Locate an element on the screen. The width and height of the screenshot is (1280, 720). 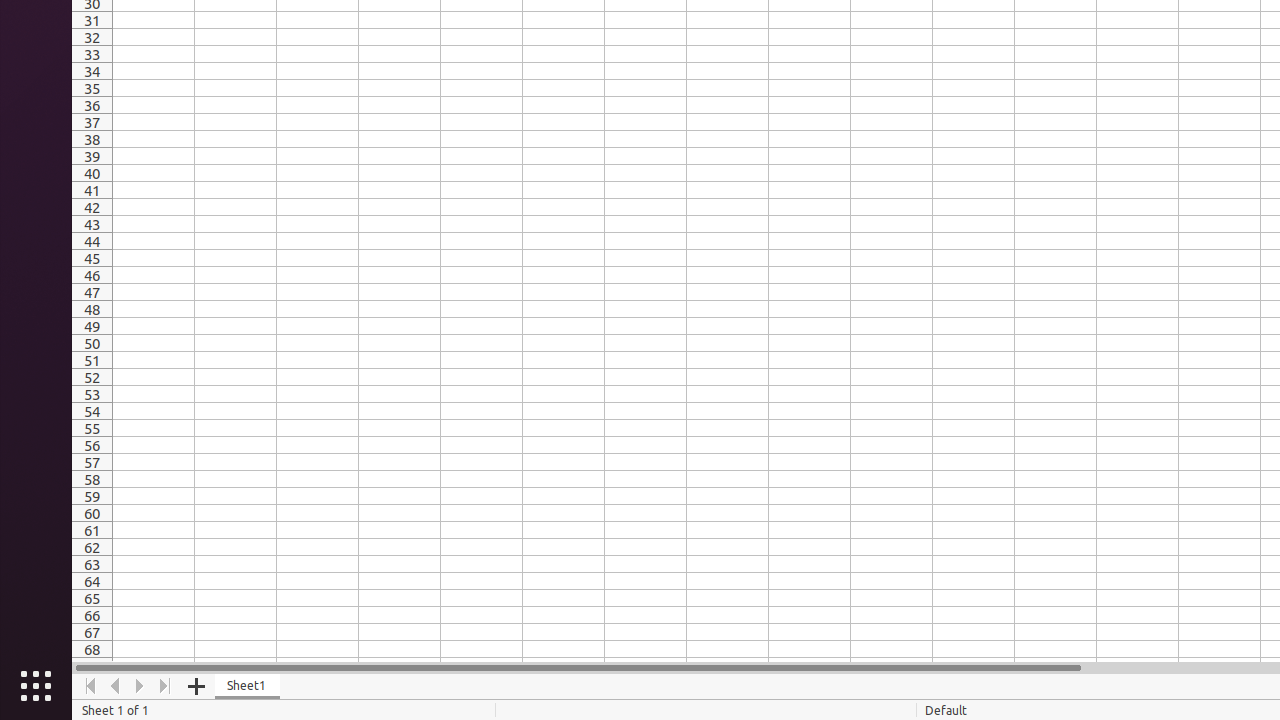
'Move To Home' is located at coordinates (89, 685).